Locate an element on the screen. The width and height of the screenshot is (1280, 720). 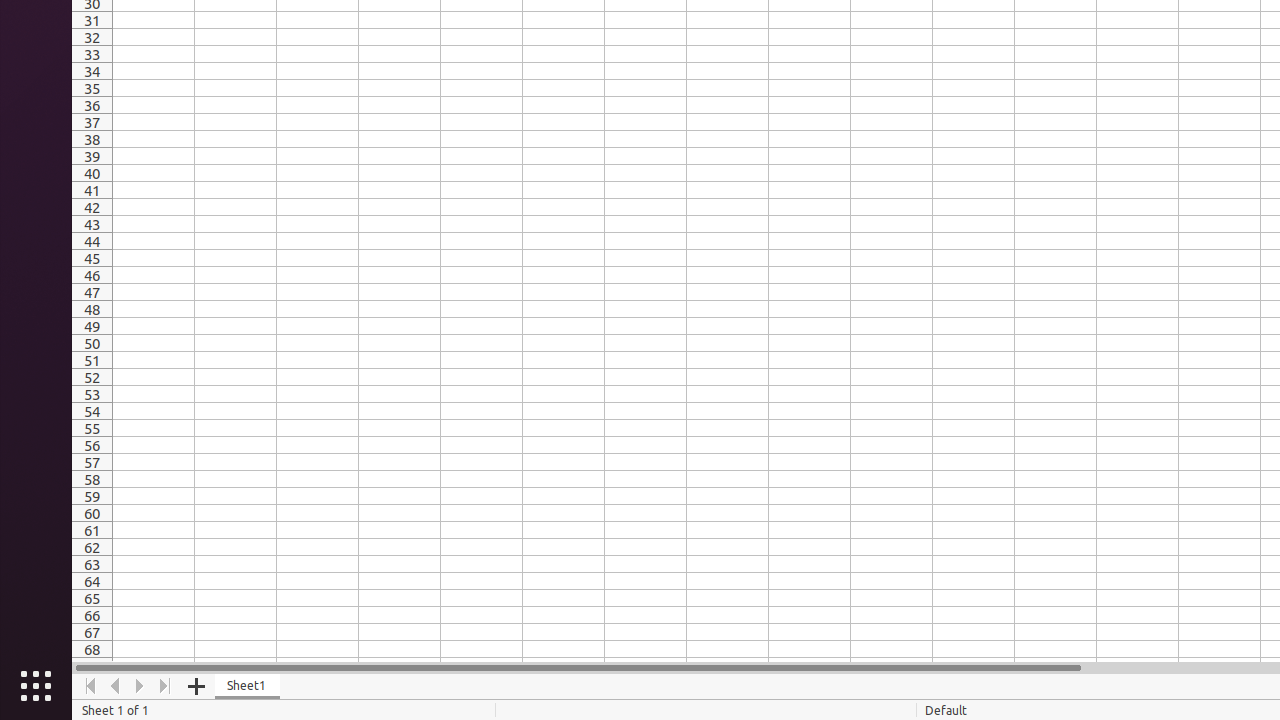
'Move To Home' is located at coordinates (89, 685).